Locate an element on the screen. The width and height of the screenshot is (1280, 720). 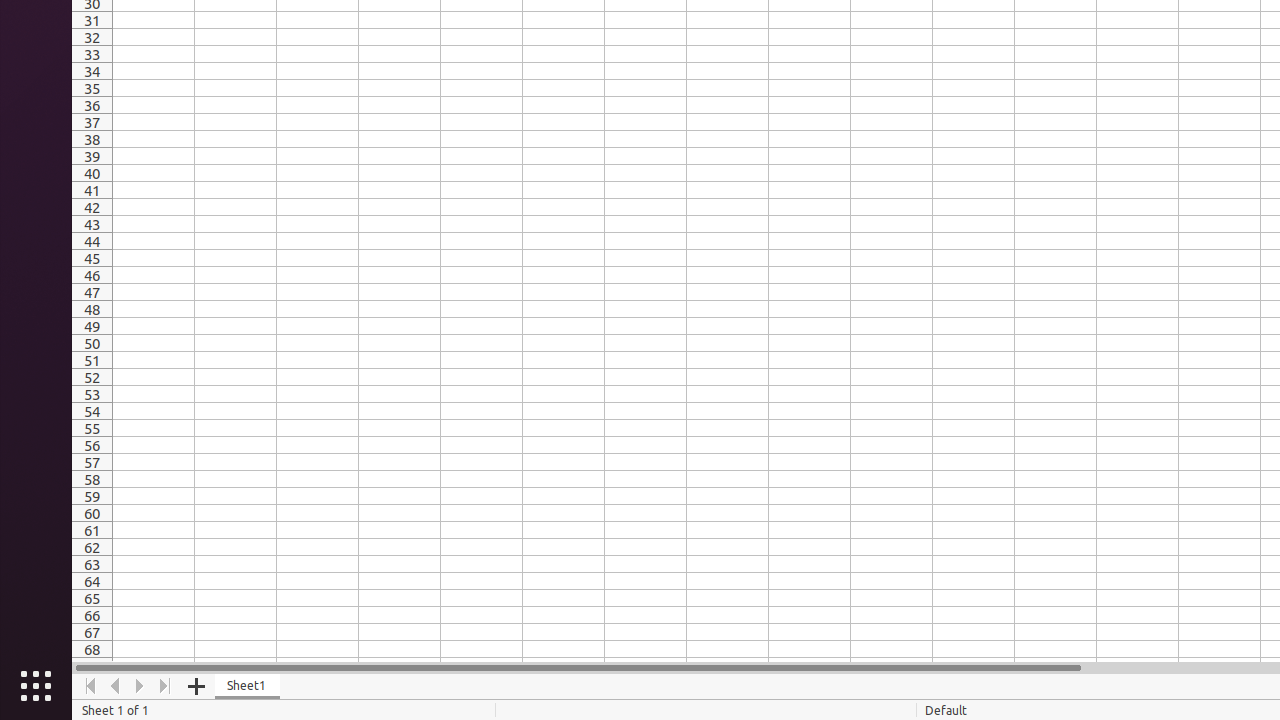
'Move To Home' is located at coordinates (89, 685).